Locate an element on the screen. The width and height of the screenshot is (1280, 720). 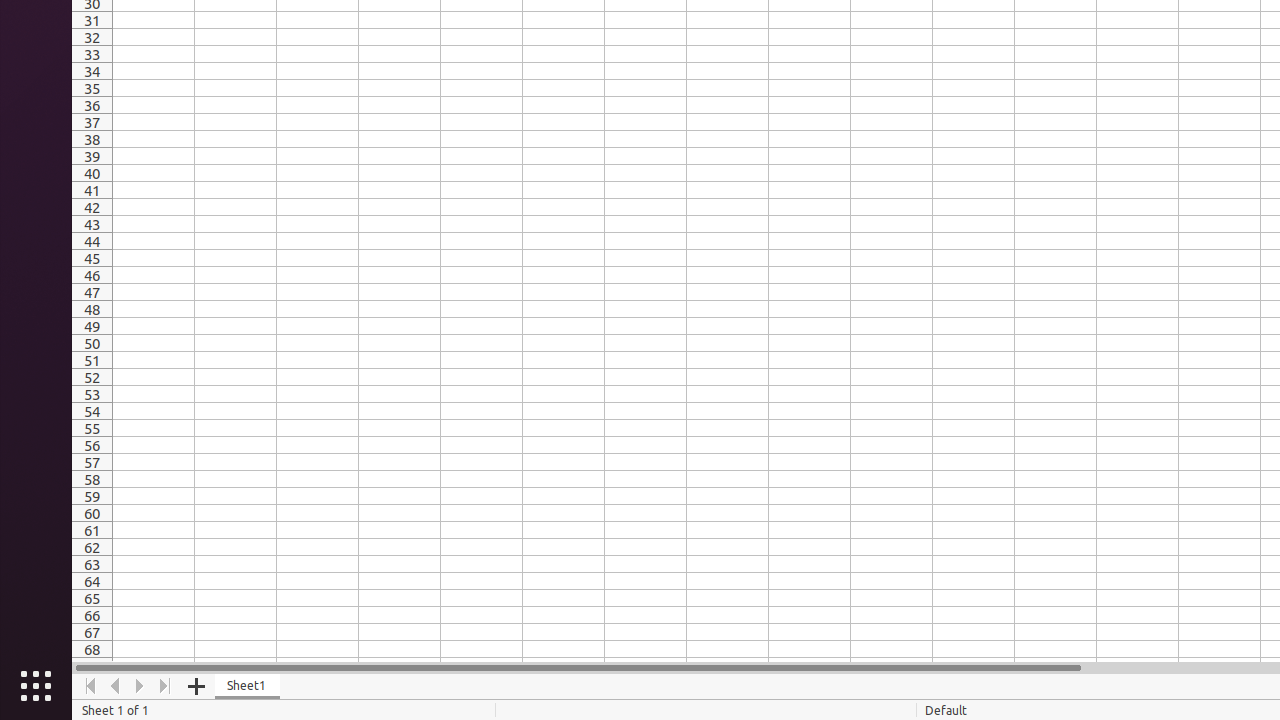
'Move To Home' is located at coordinates (89, 685).